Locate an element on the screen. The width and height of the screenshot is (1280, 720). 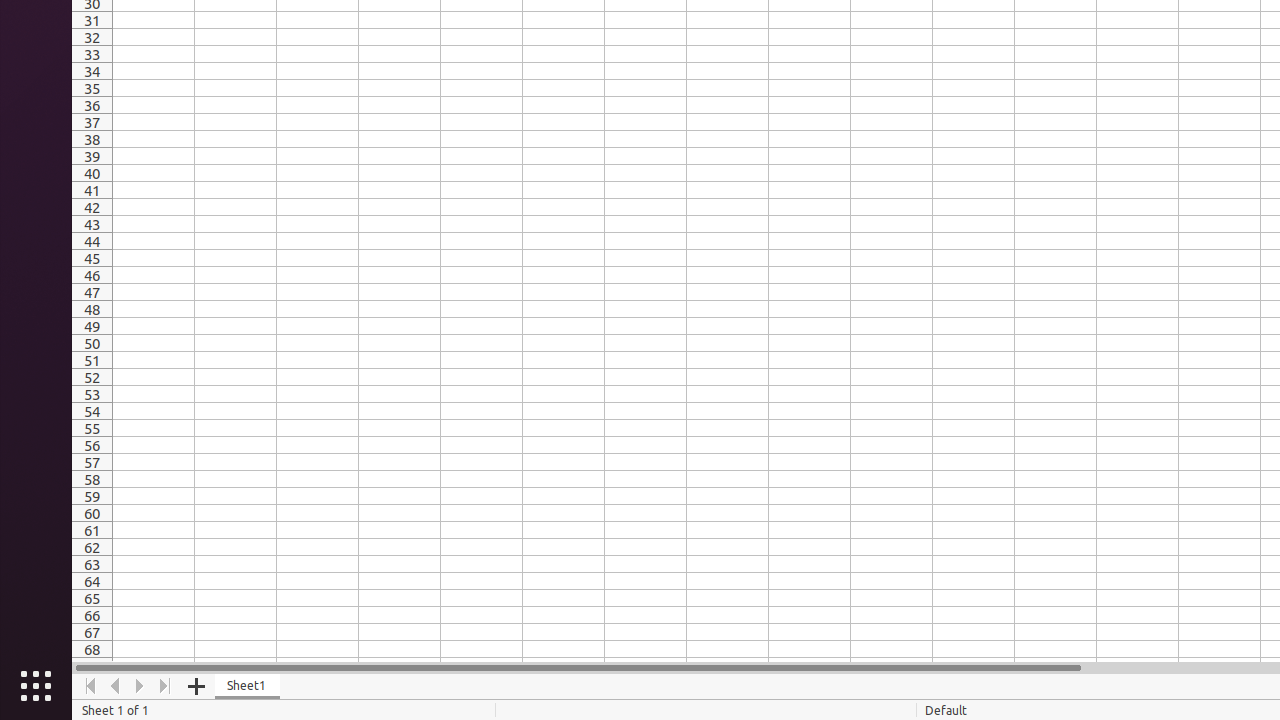
'Move To Home' is located at coordinates (89, 685).